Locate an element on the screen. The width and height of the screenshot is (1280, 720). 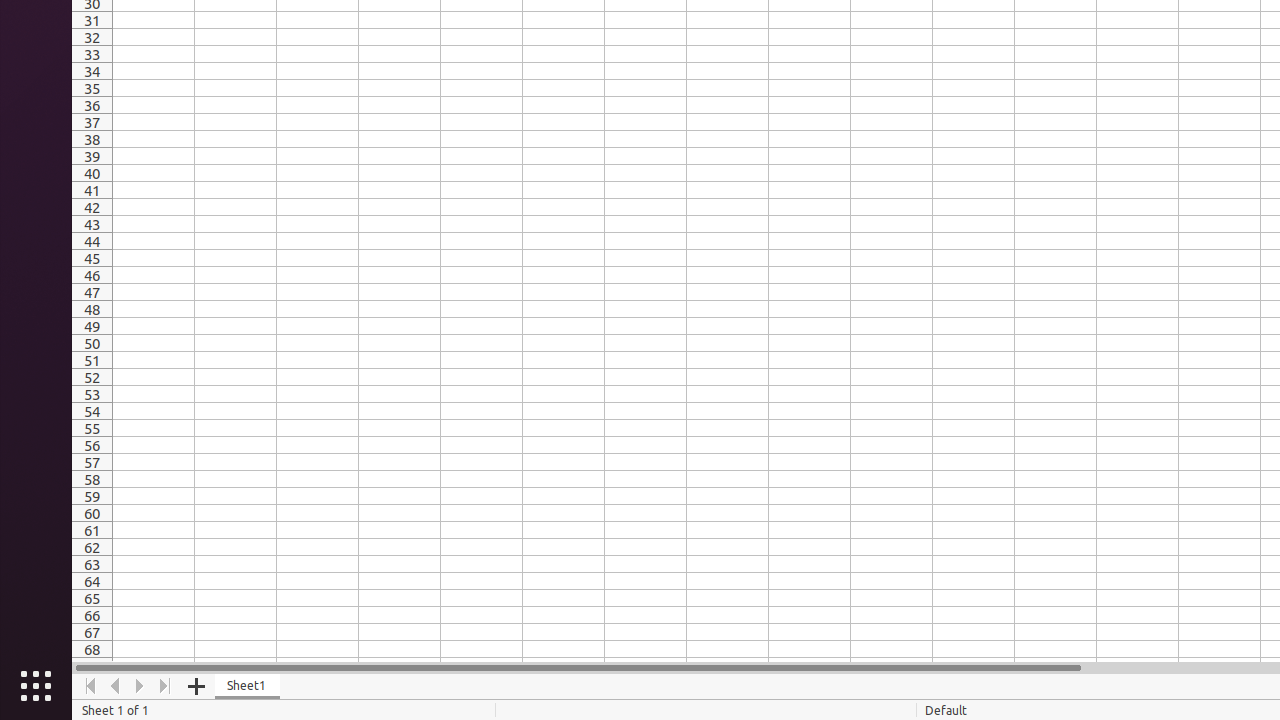
'Move To Home' is located at coordinates (89, 685).